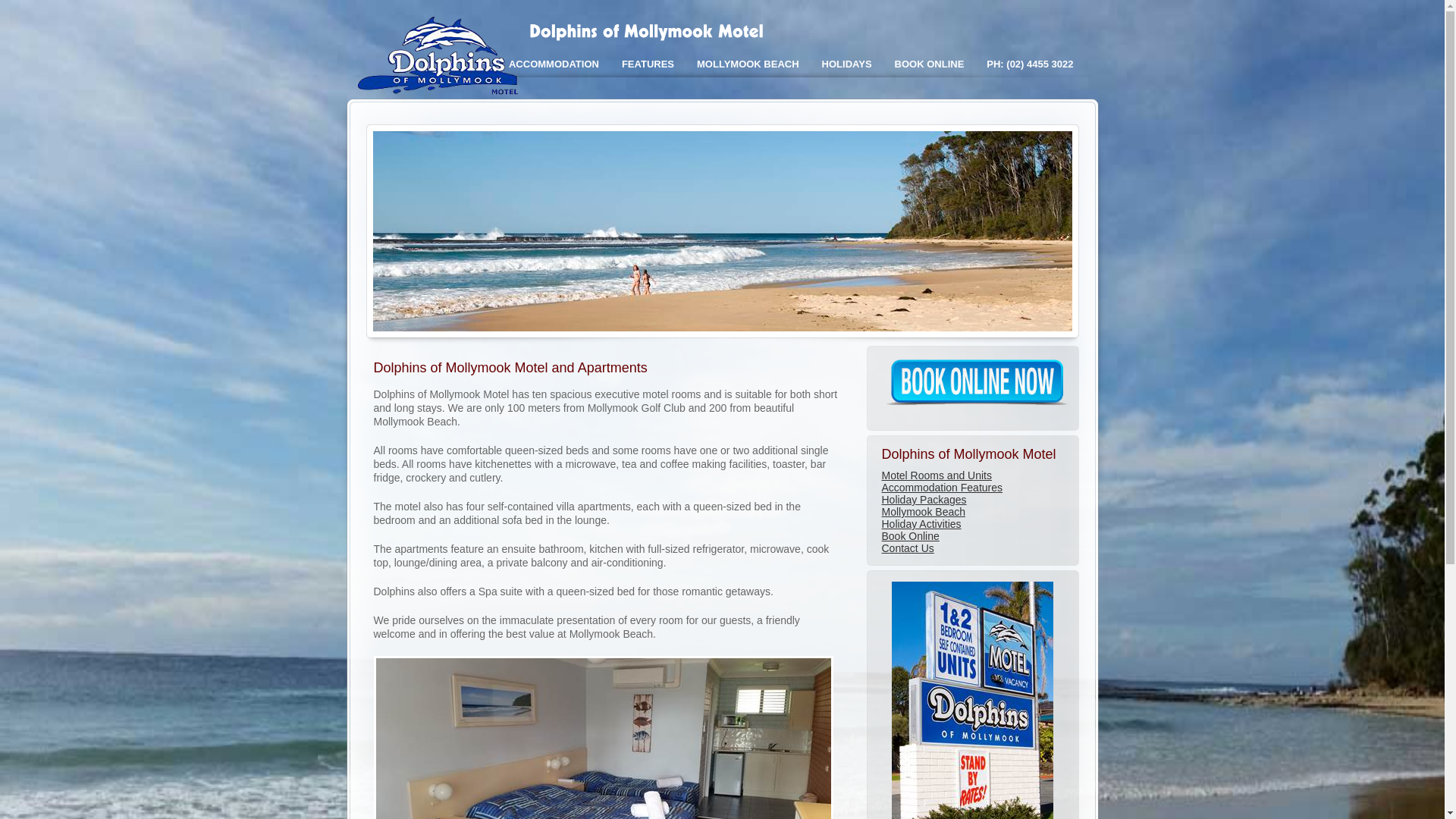 The height and width of the screenshot is (819, 1456). What do you see at coordinates (910, 535) in the screenshot?
I see `'Book Online'` at bounding box center [910, 535].